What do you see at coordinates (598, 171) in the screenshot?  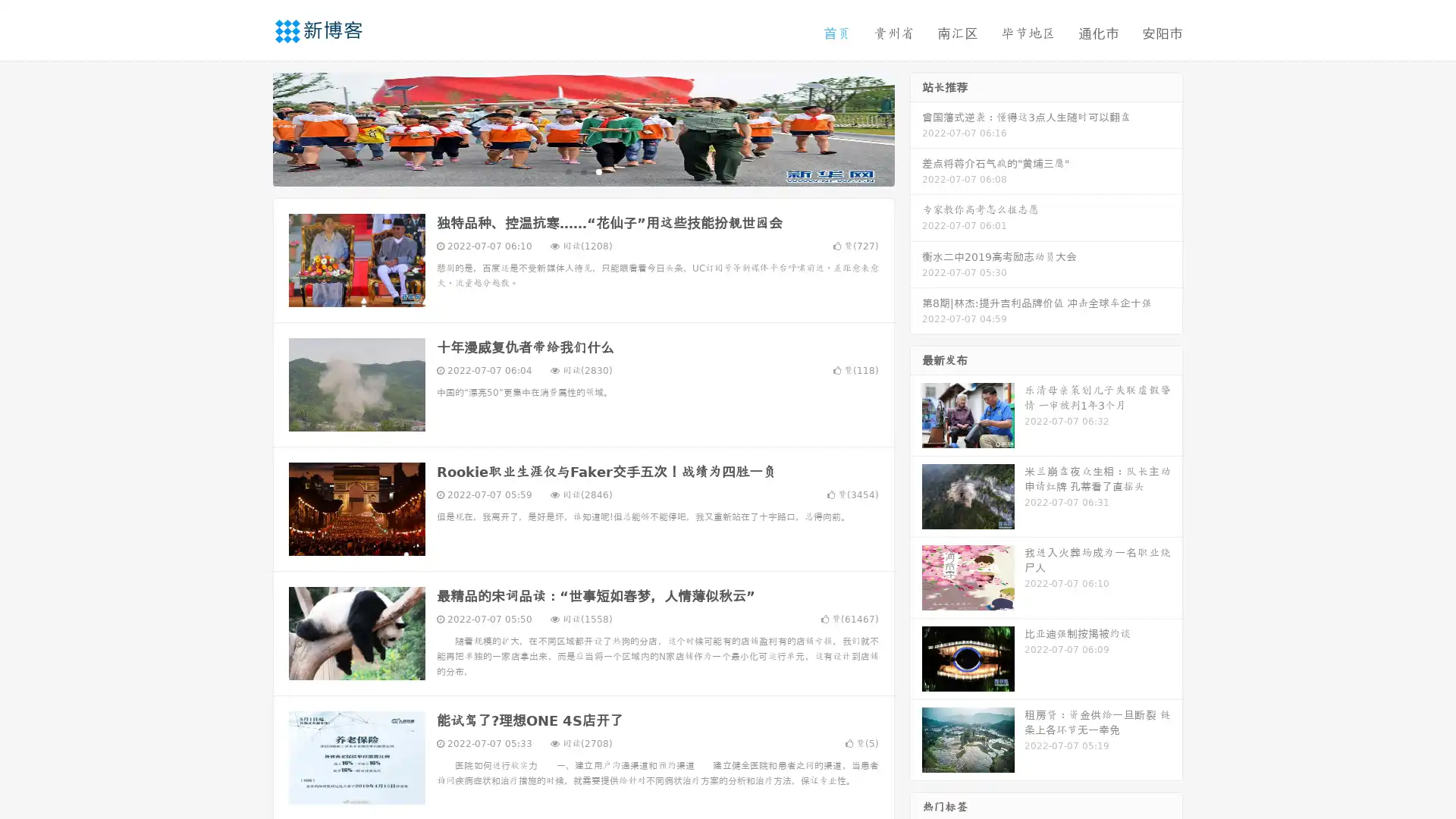 I see `Go to slide 3` at bounding box center [598, 171].